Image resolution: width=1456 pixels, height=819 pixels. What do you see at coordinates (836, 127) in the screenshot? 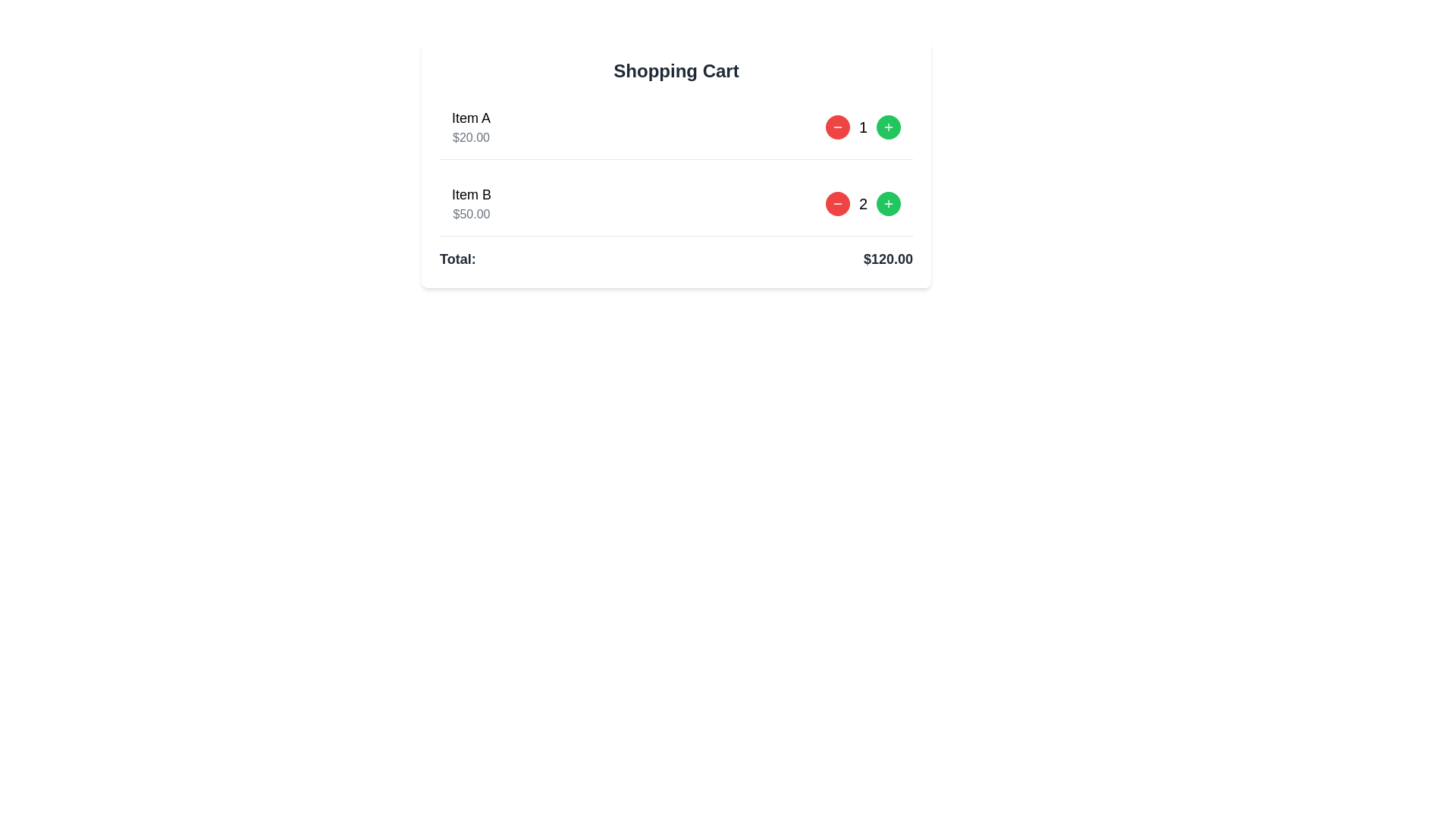
I see `the decrease quantity button for 'Item A' in the shopping cart` at bounding box center [836, 127].